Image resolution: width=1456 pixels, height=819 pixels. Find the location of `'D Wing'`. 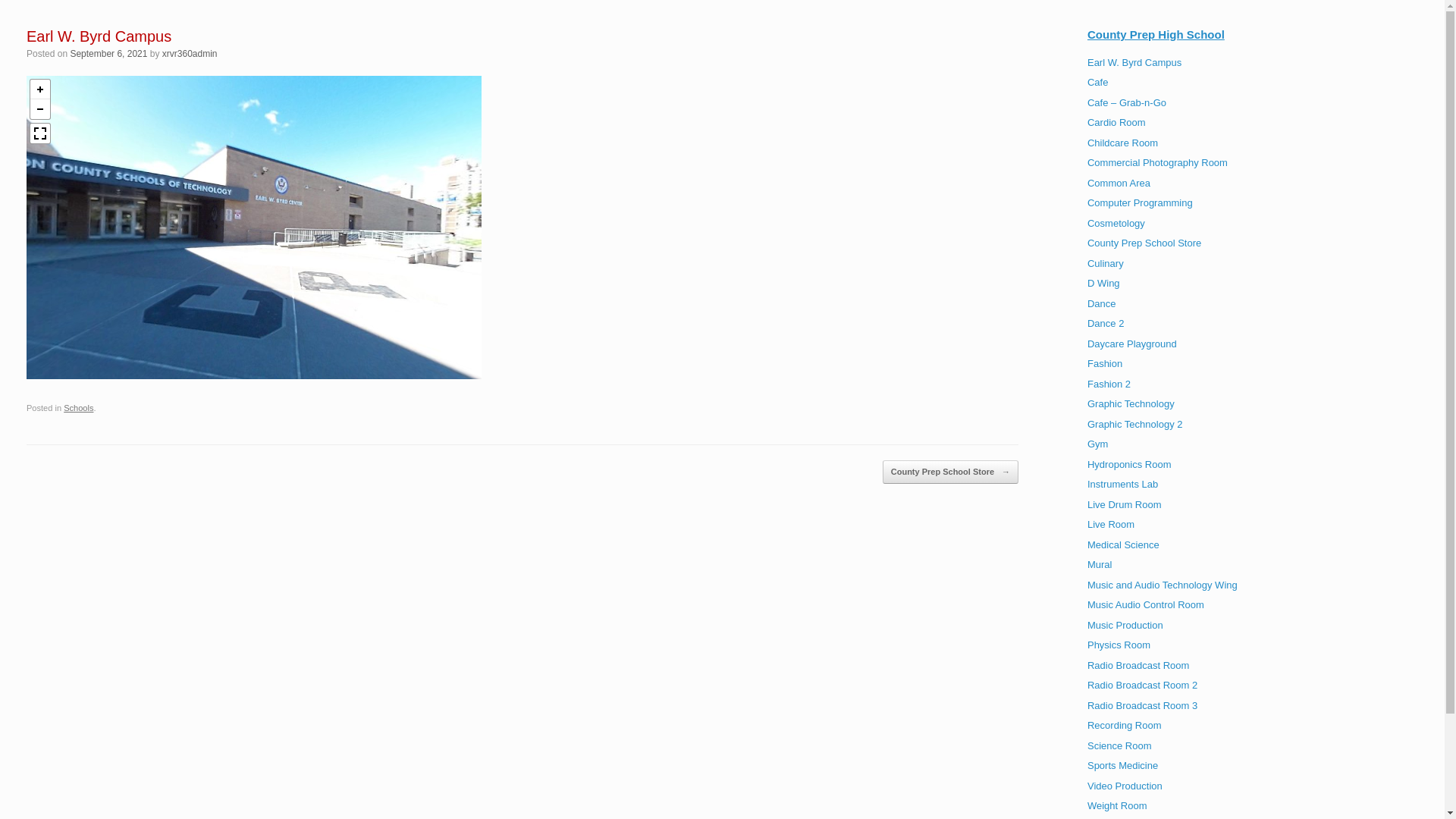

'D Wing' is located at coordinates (1087, 283).